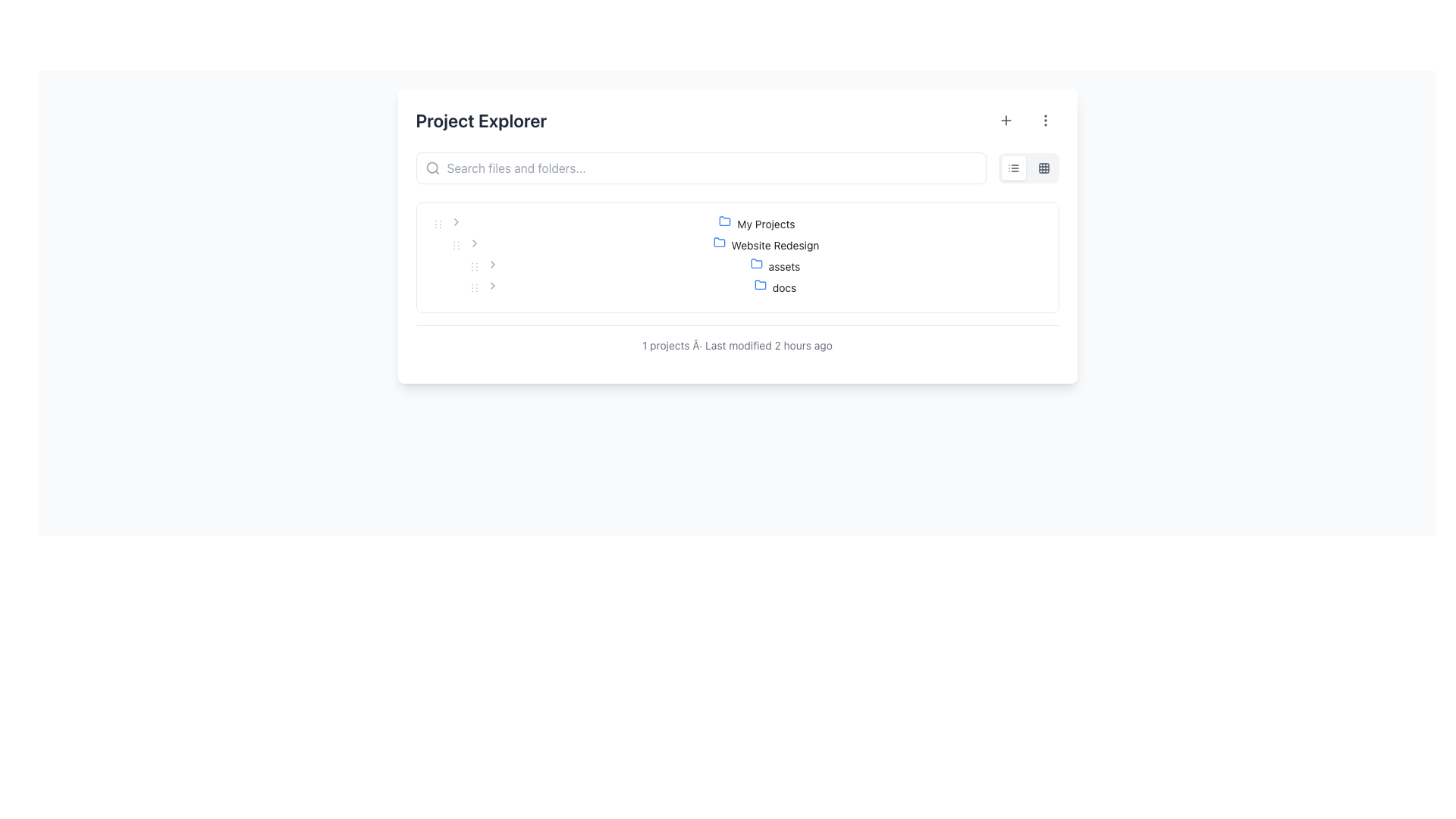 The width and height of the screenshot is (1456, 819). What do you see at coordinates (446, 265) in the screenshot?
I see `the indentation unit in the Project Explorer, located under the 'assets' node, which contributes to the indentation for that node` at bounding box center [446, 265].